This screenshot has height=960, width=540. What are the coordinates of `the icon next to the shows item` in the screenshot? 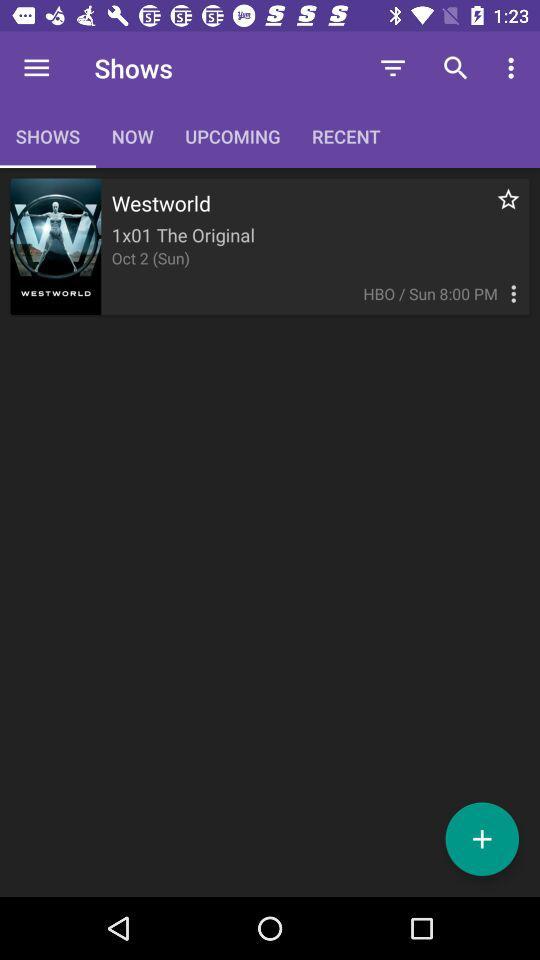 It's located at (36, 68).